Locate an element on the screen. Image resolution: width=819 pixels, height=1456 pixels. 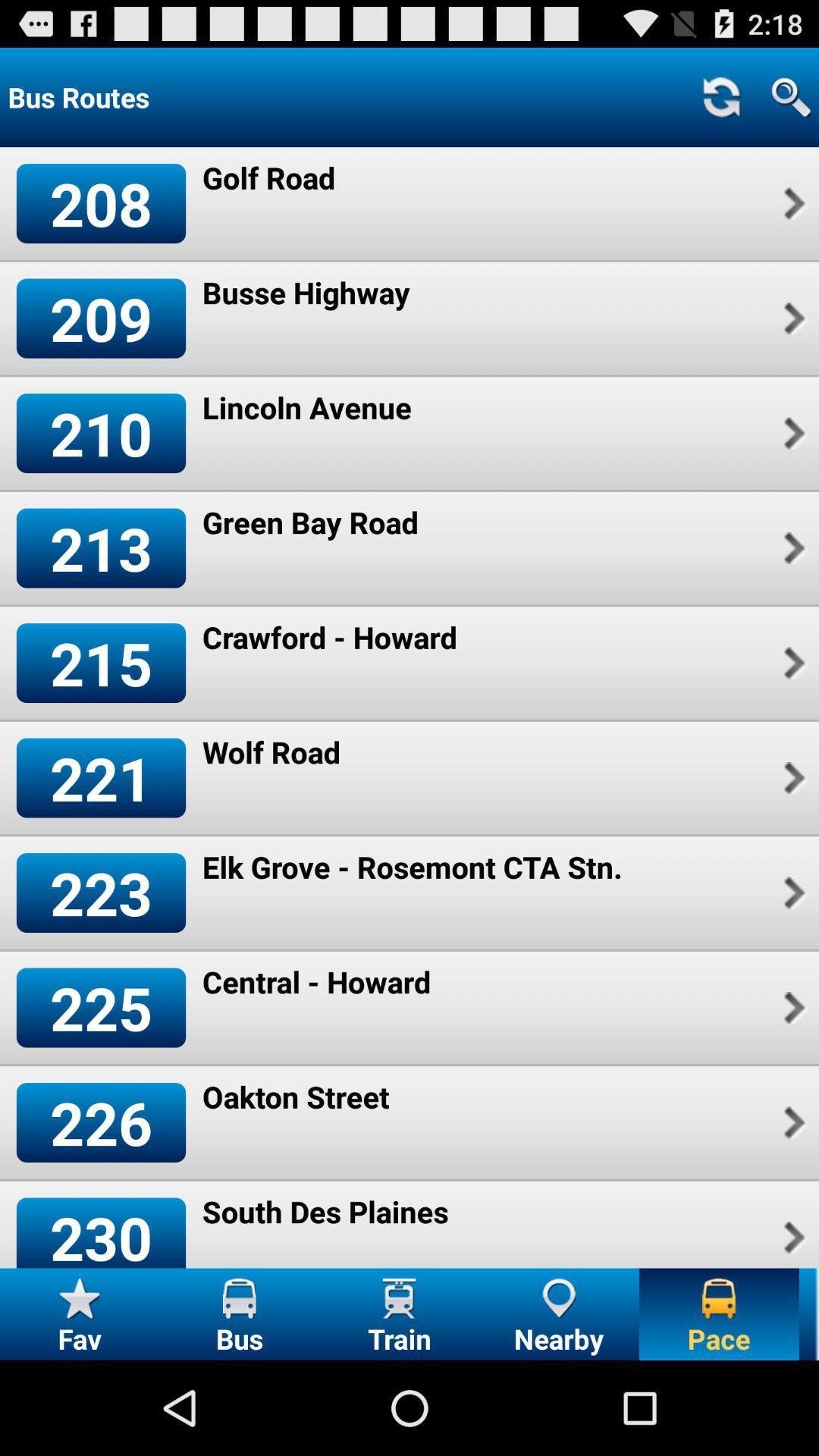
the refresh icon is located at coordinates (720, 103).